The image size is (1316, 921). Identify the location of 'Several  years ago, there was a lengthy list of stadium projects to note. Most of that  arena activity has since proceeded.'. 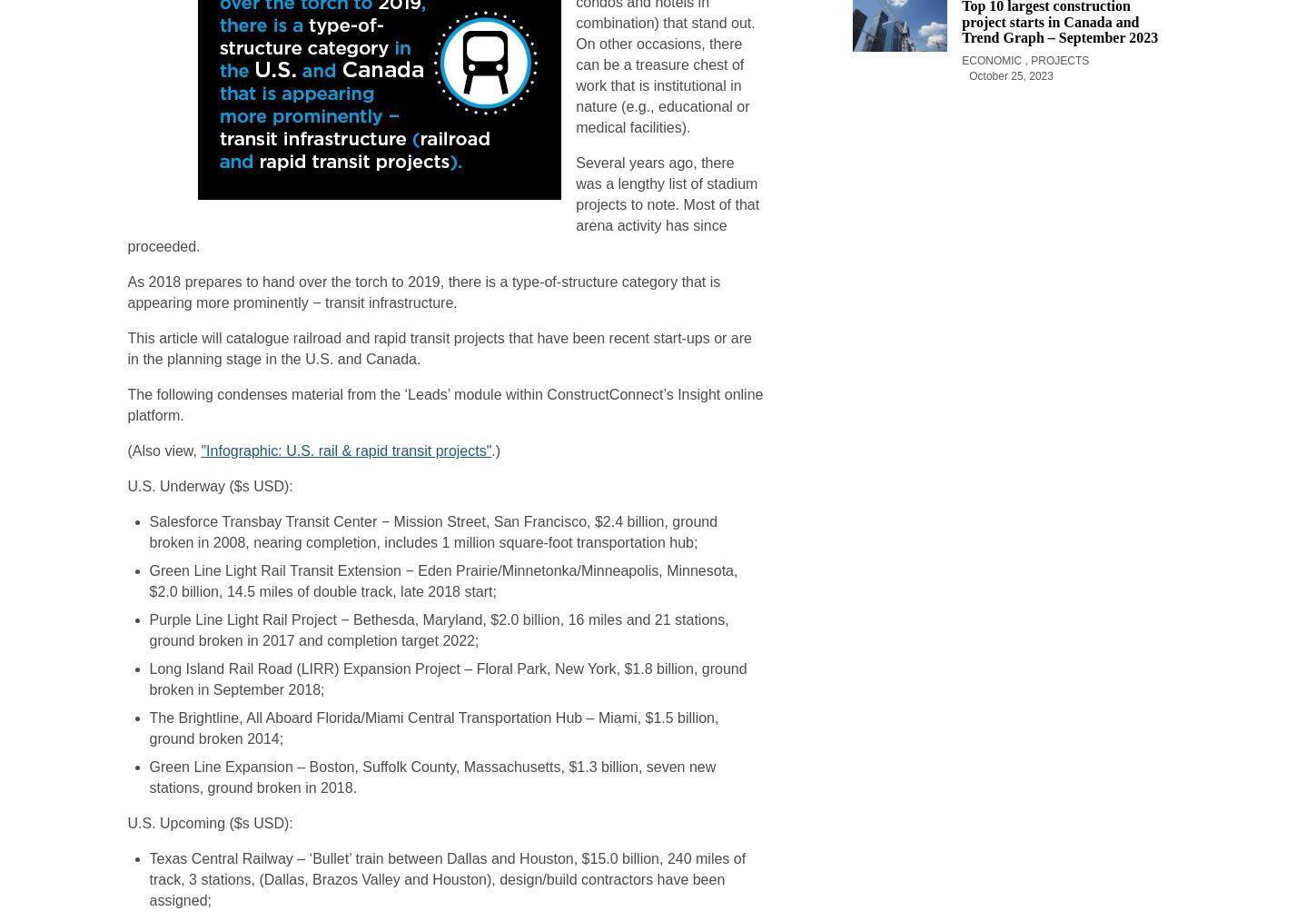
(443, 203).